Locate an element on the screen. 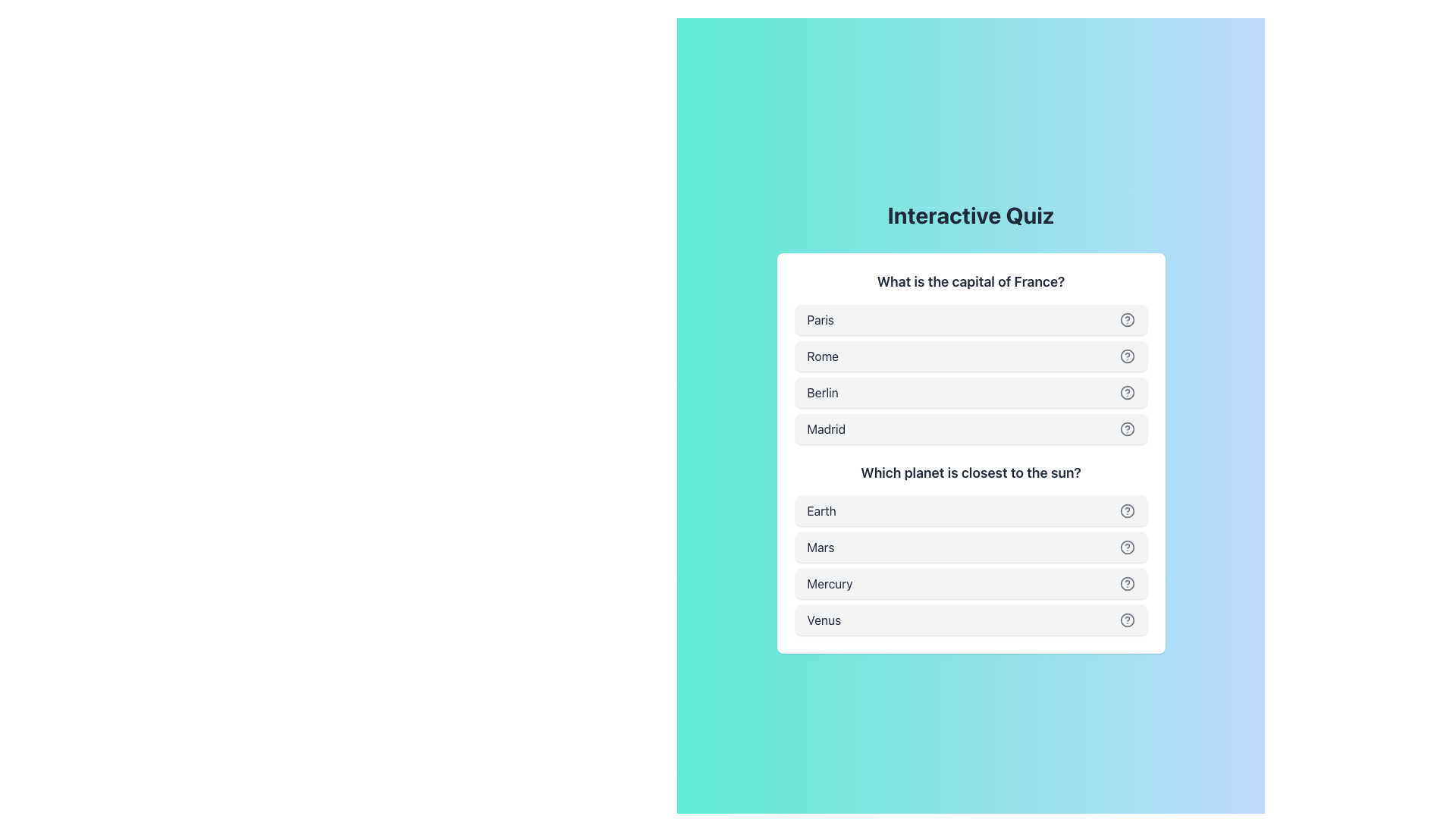 The height and width of the screenshot is (819, 1456). the gray circular help icon with a question mark at the far-right end of the 'Mercury' row in the quiz interface is located at coordinates (1127, 583).